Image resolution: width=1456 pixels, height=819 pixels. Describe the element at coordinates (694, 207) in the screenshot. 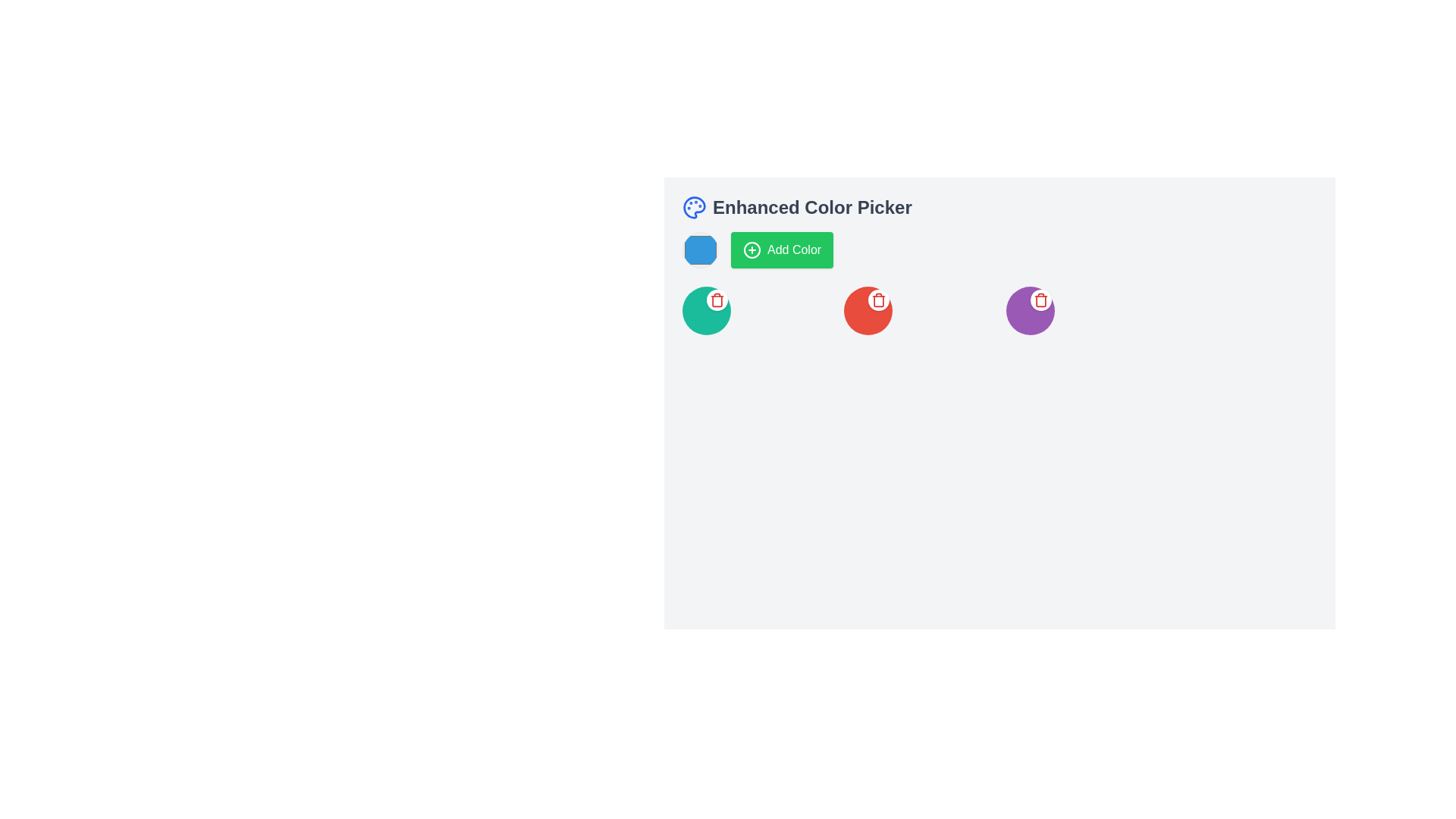

I see `the blue color palette icon that features a circular arrangement of paint dabs, located above the 'Enhanced Color Picker' text to explore context menu options` at that location.